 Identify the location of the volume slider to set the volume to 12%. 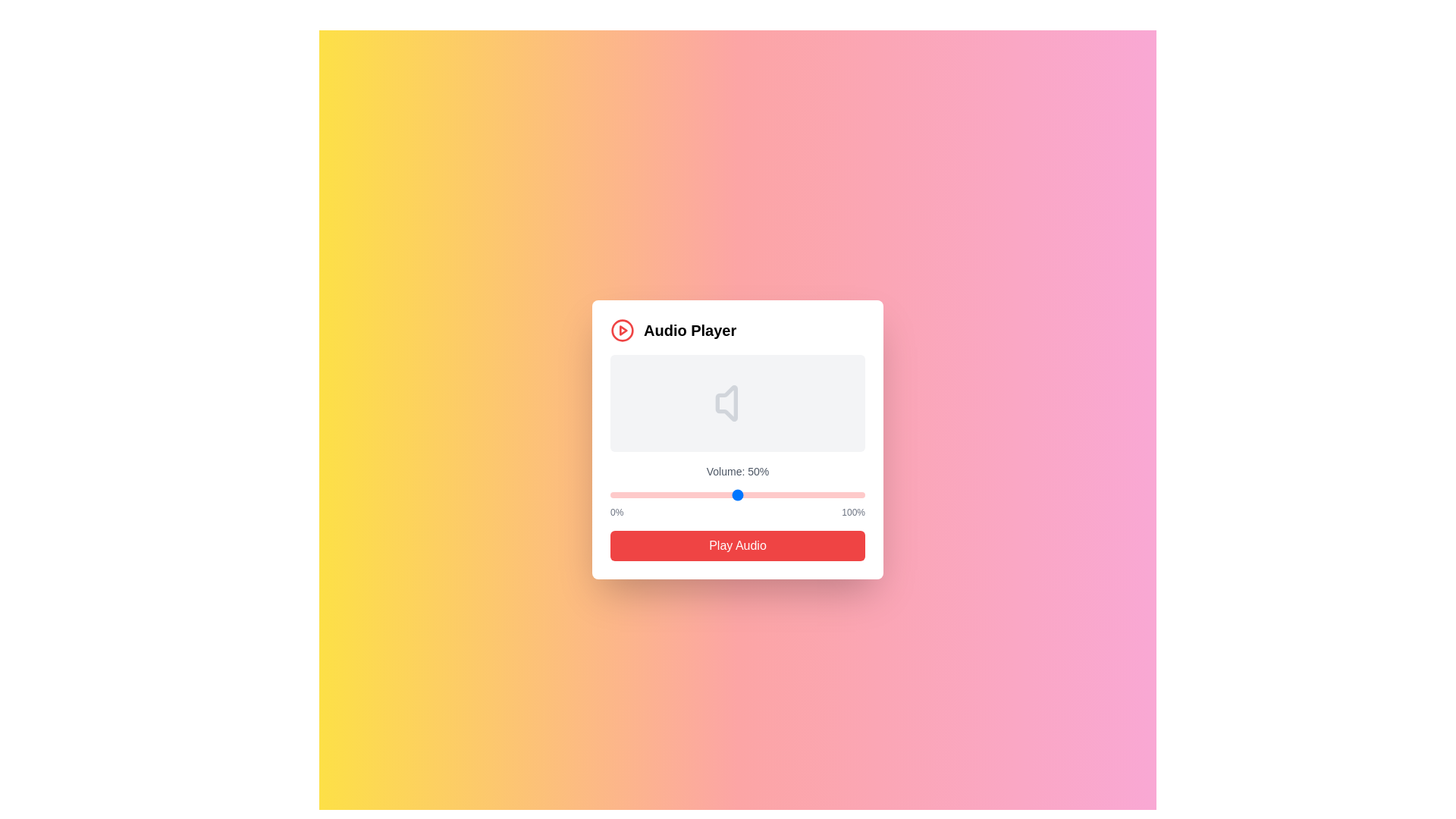
(641, 494).